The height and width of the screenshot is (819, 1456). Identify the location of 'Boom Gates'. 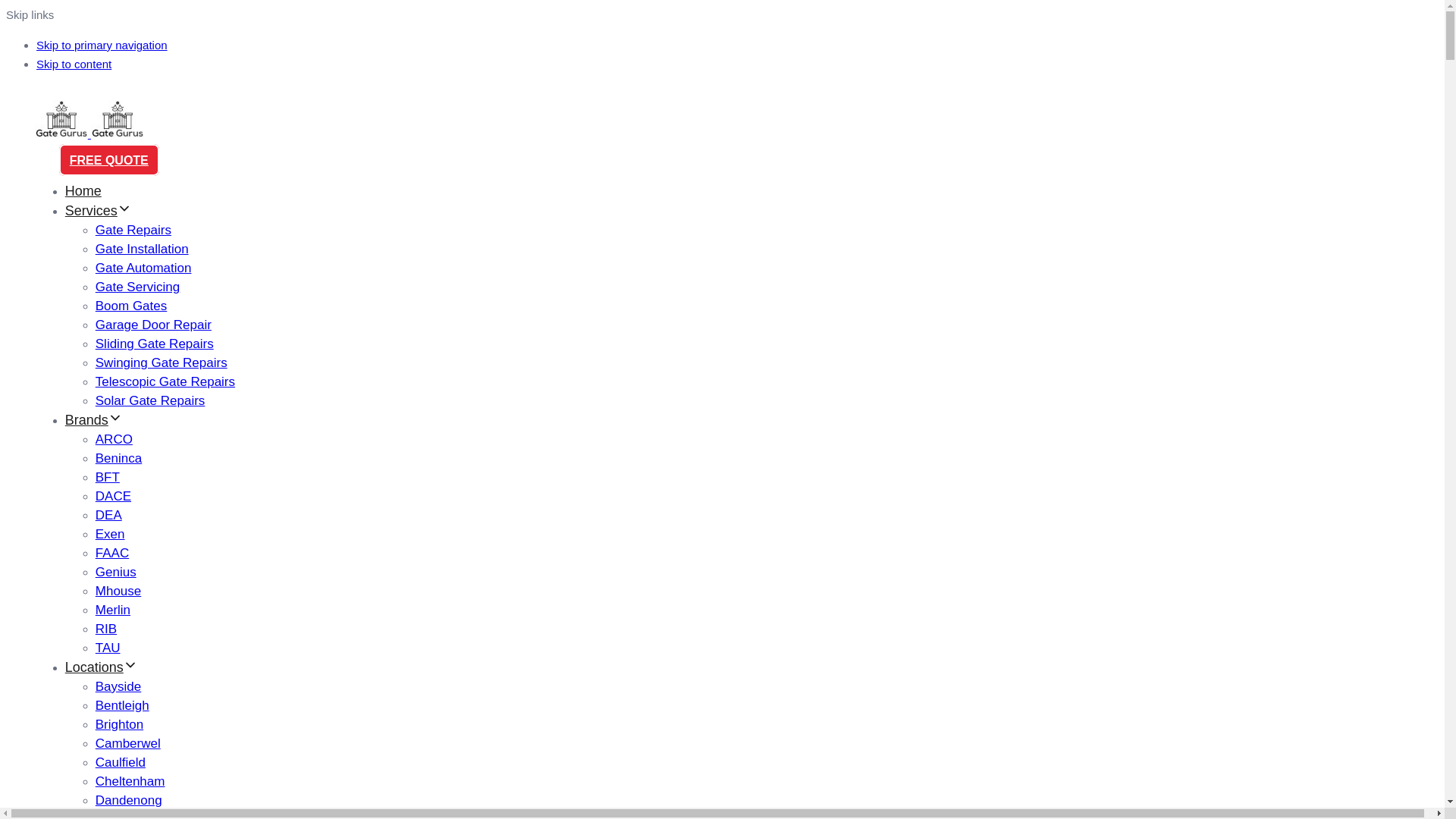
(131, 306).